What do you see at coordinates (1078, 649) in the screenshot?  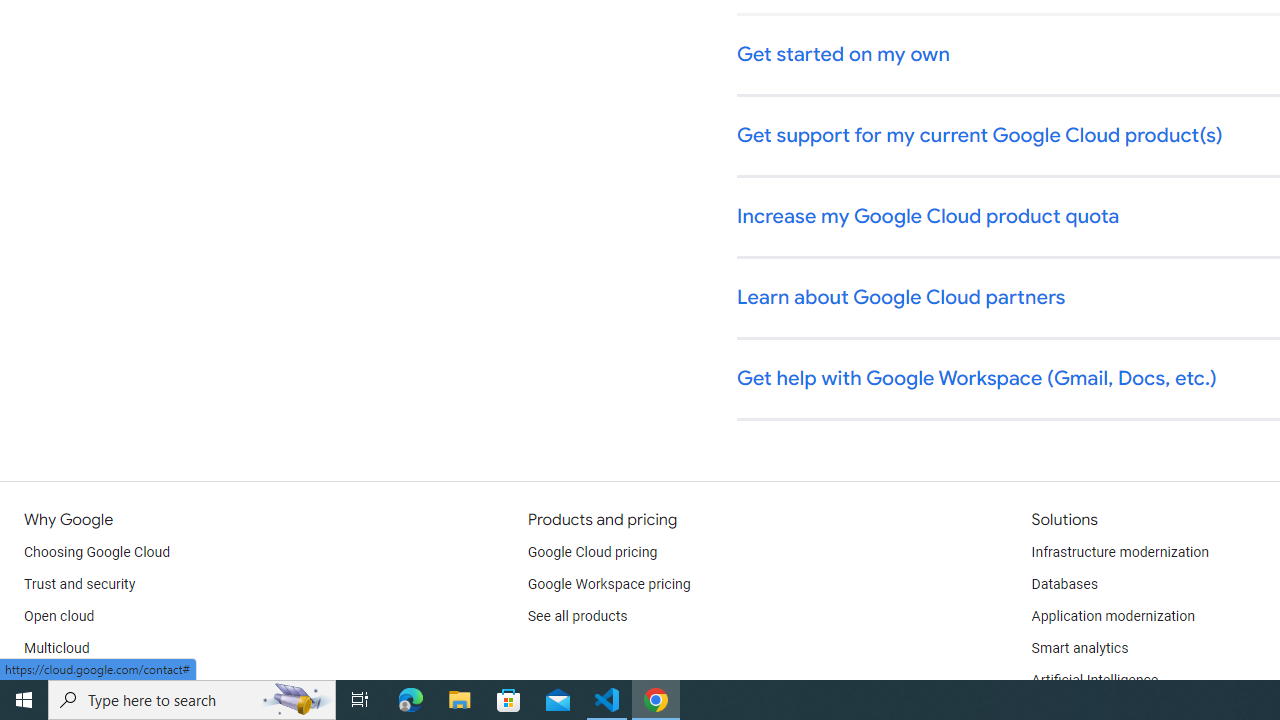 I see `'Smart analytics'` at bounding box center [1078, 649].